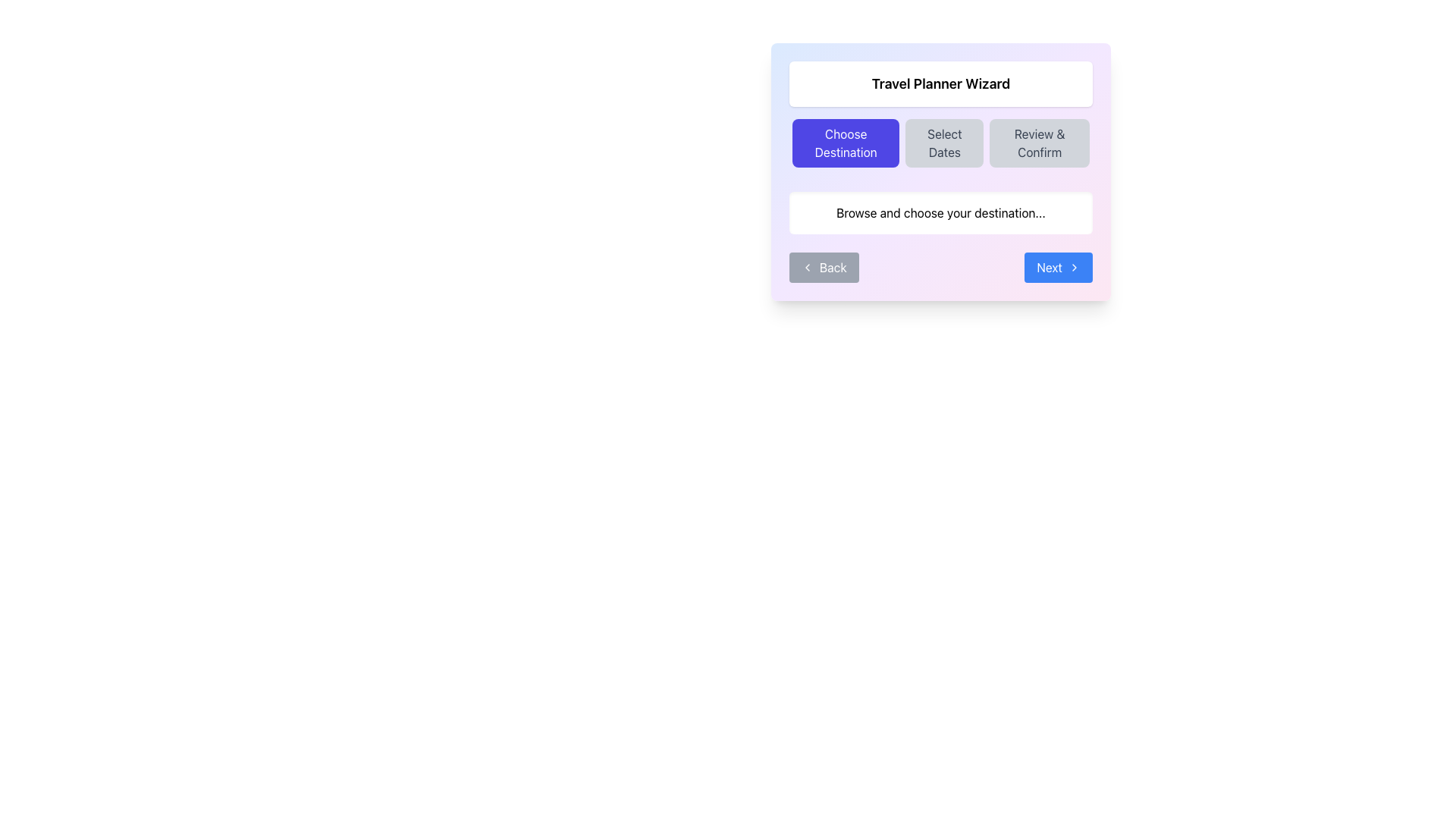 The image size is (1456, 819). I want to click on the left-pointing arrow icon inside the 'Back' button located in the bottom-left corner of the interface panel, so click(807, 267).